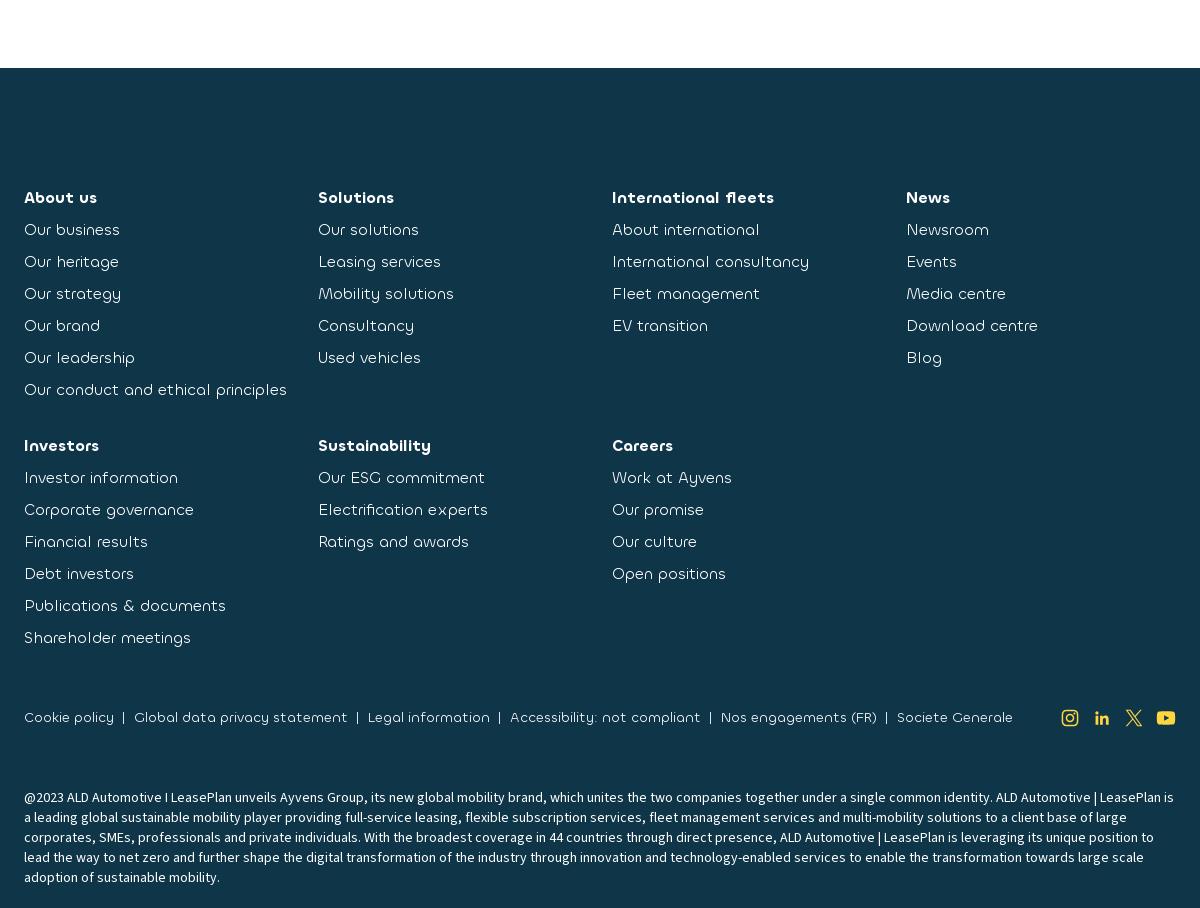 The image size is (1200, 908). What do you see at coordinates (24, 293) in the screenshot?
I see `'Our strategy'` at bounding box center [24, 293].